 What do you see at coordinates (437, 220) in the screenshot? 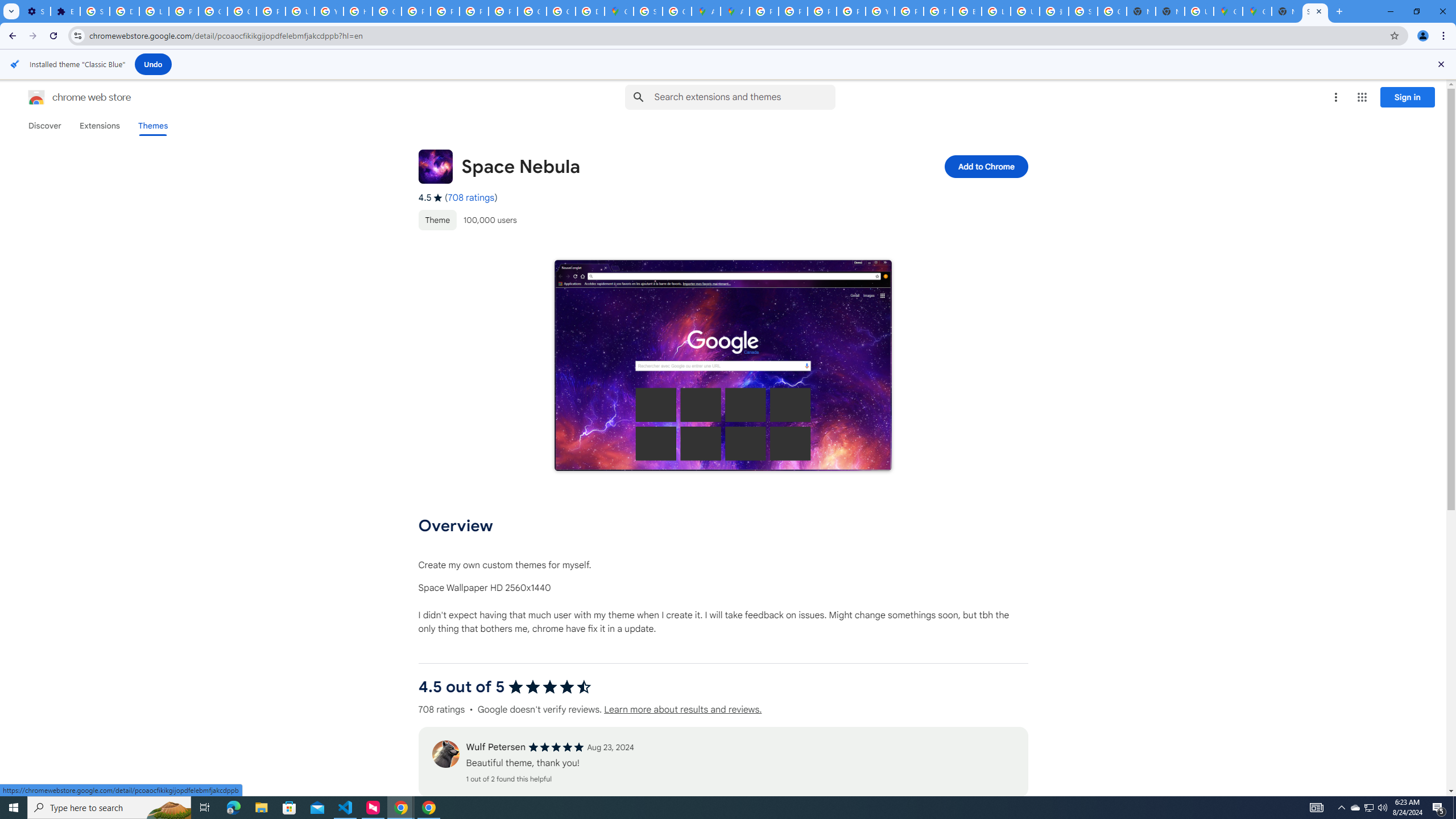
I see `'Theme'` at bounding box center [437, 220].